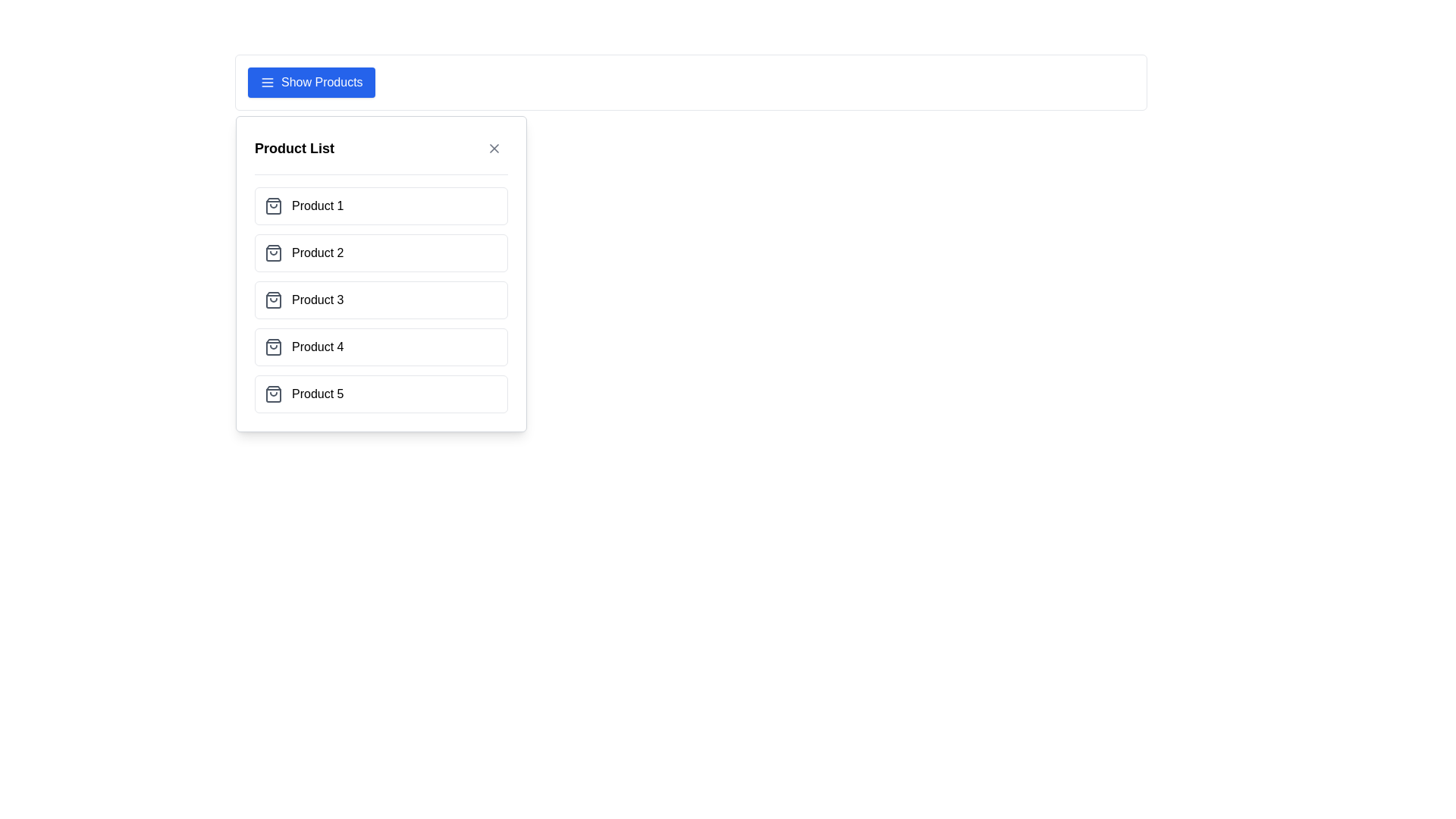  What do you see at coordinates (381, 394) in the screenshot?
I see `the fifth item in the 'Product List'` at bounding box center [381, 394].